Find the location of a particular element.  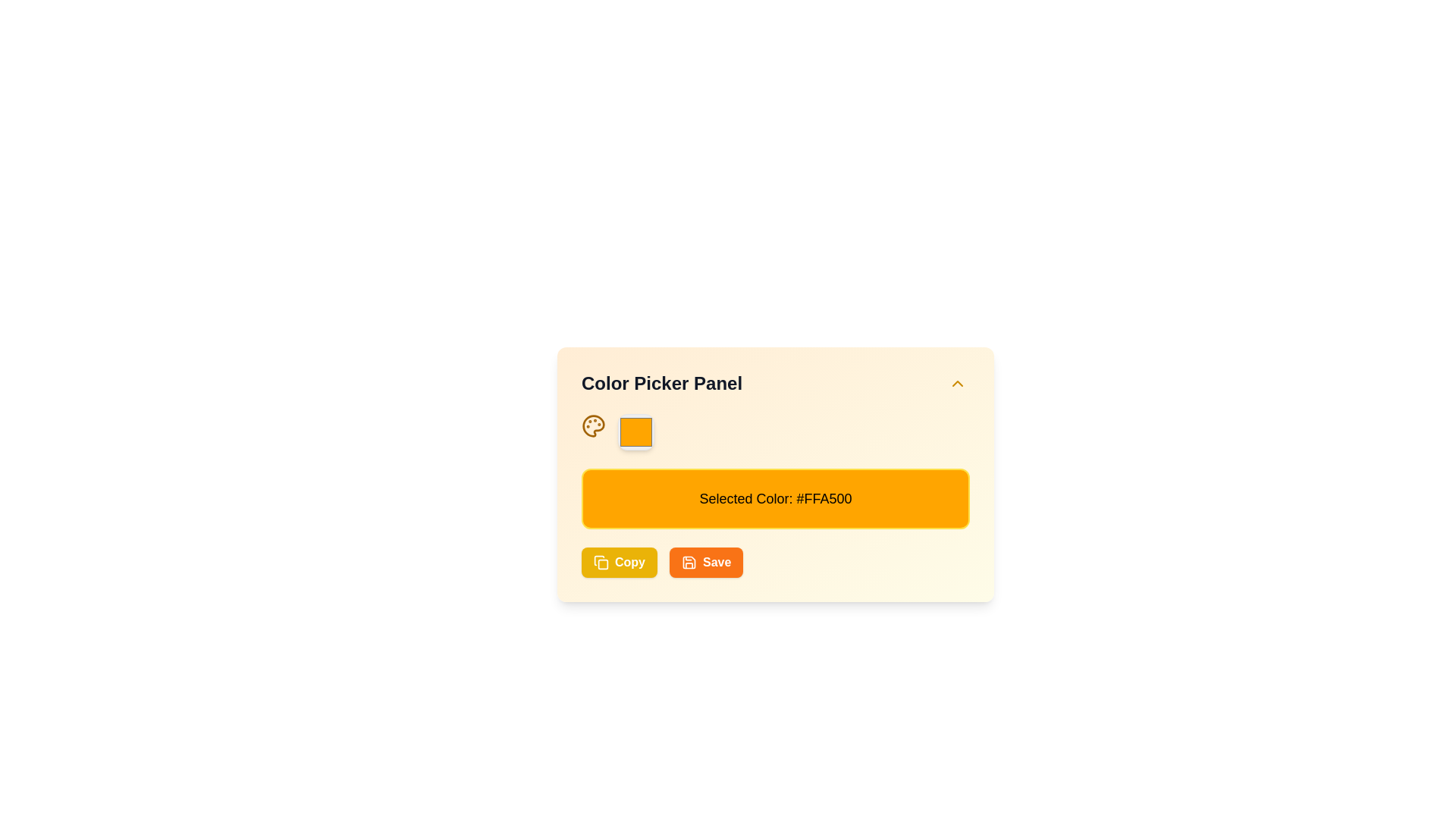

the 'Save' button, which has bold white text on an orange background with rounded corners, located next to the 'Copy' button in the lower-right corner of the color selection panel is located at coordinates (716, 562).